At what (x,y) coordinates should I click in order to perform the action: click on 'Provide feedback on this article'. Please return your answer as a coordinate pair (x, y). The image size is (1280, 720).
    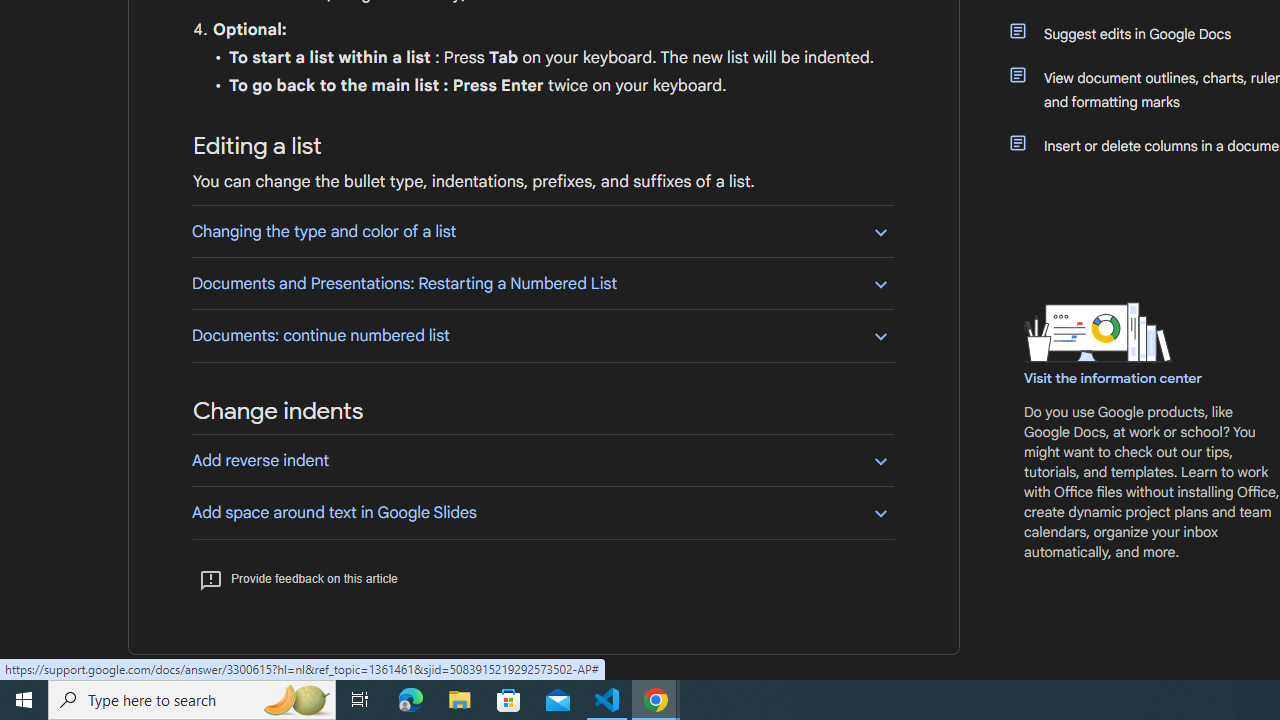
    Looking at the image, I should click on (297, 578).